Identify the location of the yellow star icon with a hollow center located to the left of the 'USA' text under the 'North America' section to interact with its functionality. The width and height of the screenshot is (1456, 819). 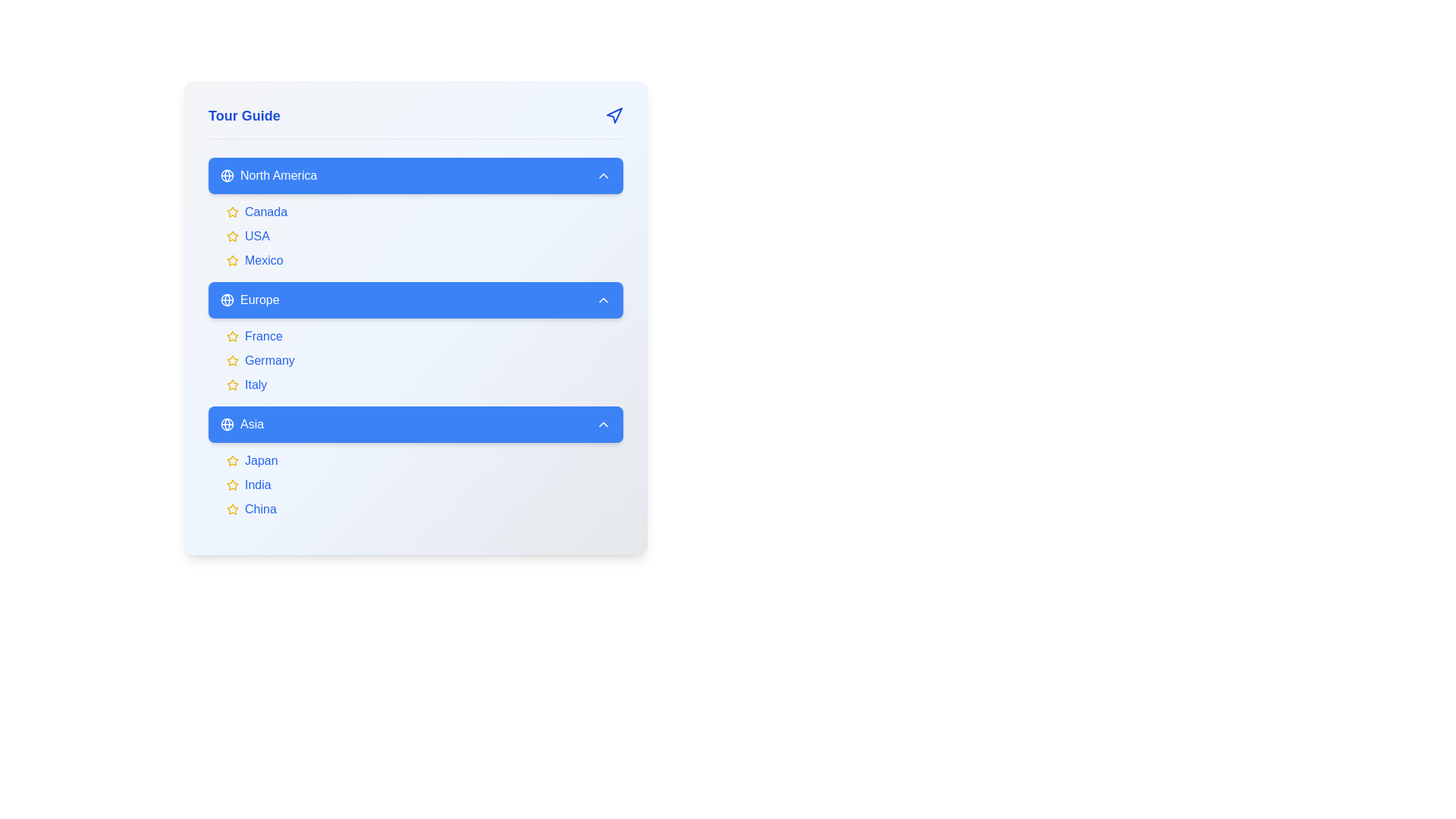
(232, 237).